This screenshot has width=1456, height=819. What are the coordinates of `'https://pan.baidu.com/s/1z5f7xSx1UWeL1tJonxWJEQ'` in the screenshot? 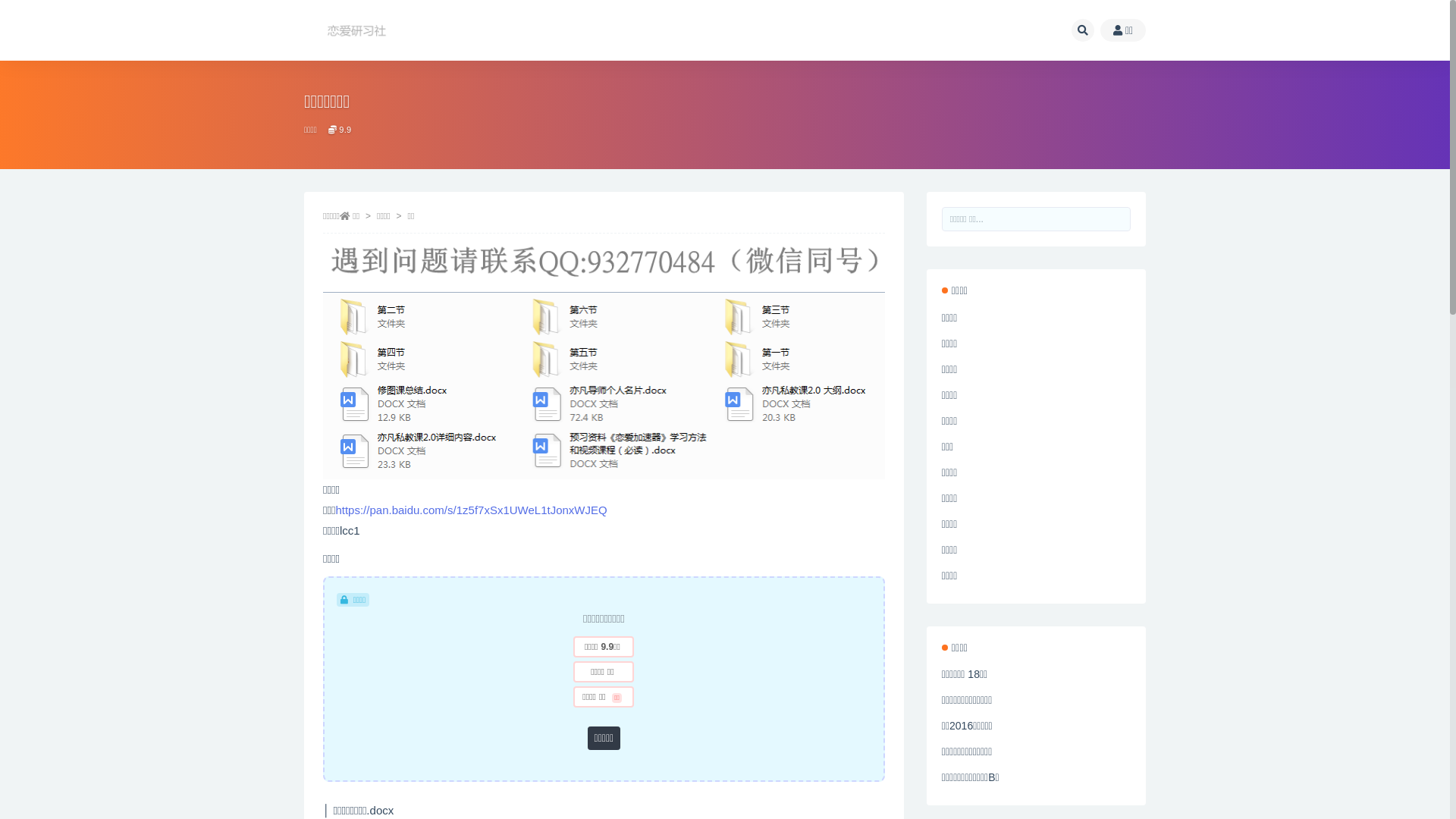 It's located at (469, 510).